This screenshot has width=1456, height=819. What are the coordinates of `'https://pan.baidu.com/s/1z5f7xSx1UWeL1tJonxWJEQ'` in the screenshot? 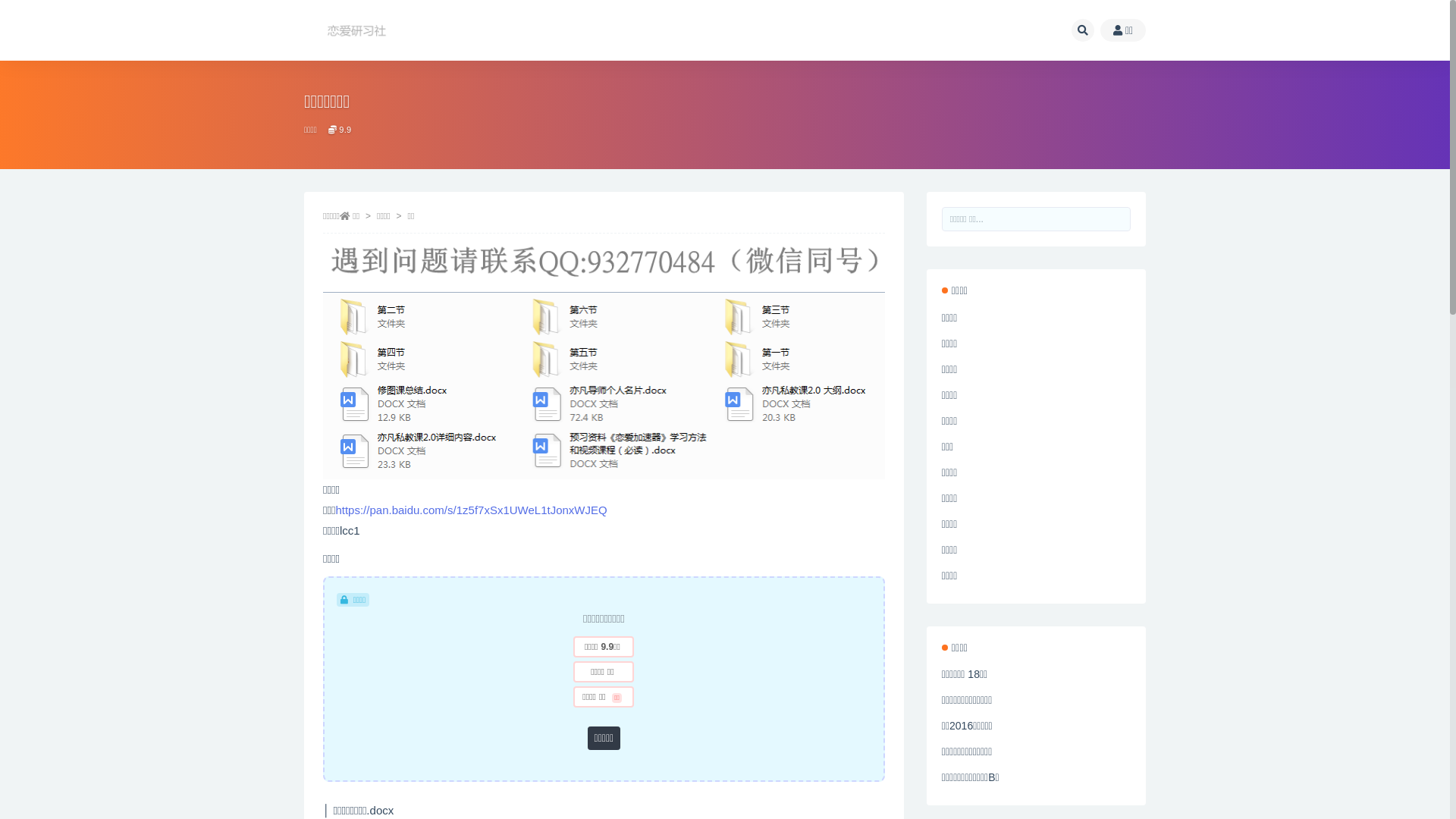 It's located at (469, 510).